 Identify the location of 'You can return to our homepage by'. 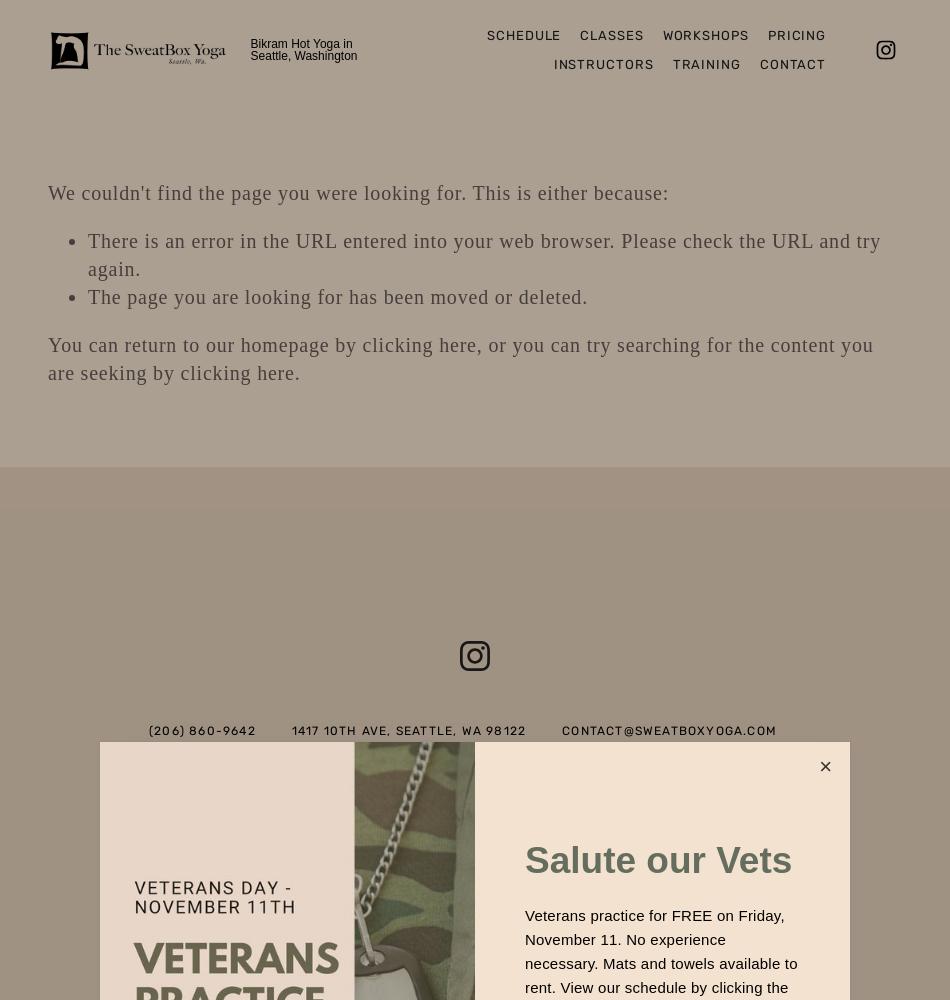
(205, 344).